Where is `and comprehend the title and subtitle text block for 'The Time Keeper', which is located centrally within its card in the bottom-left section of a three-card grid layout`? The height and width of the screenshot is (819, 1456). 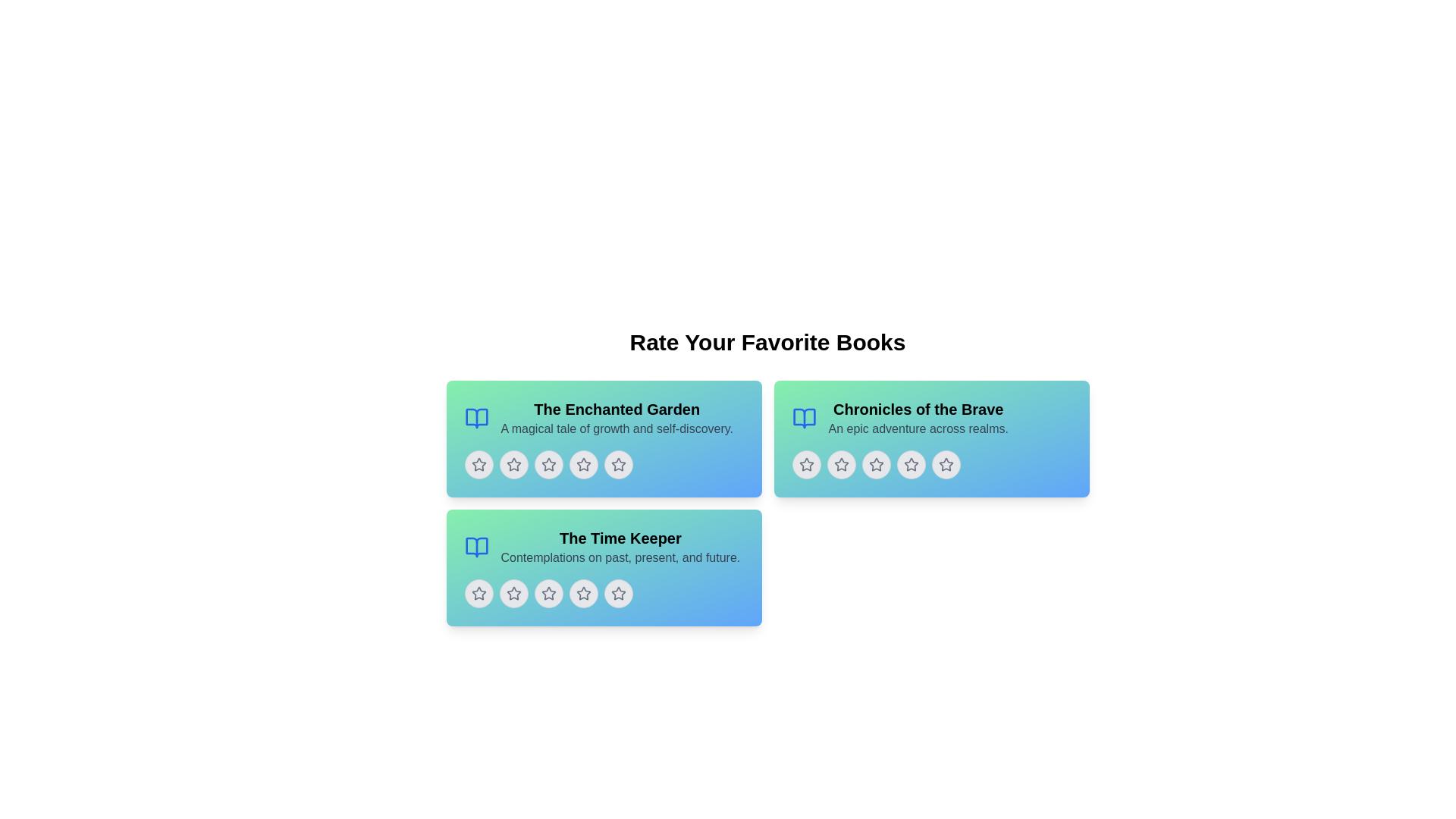 and comprehend the title and subtitle text block for 'The Time Keeper', which is located centrally within its card in the bottom-left section of a three-card grid layout is located at coordinates (620, 547).